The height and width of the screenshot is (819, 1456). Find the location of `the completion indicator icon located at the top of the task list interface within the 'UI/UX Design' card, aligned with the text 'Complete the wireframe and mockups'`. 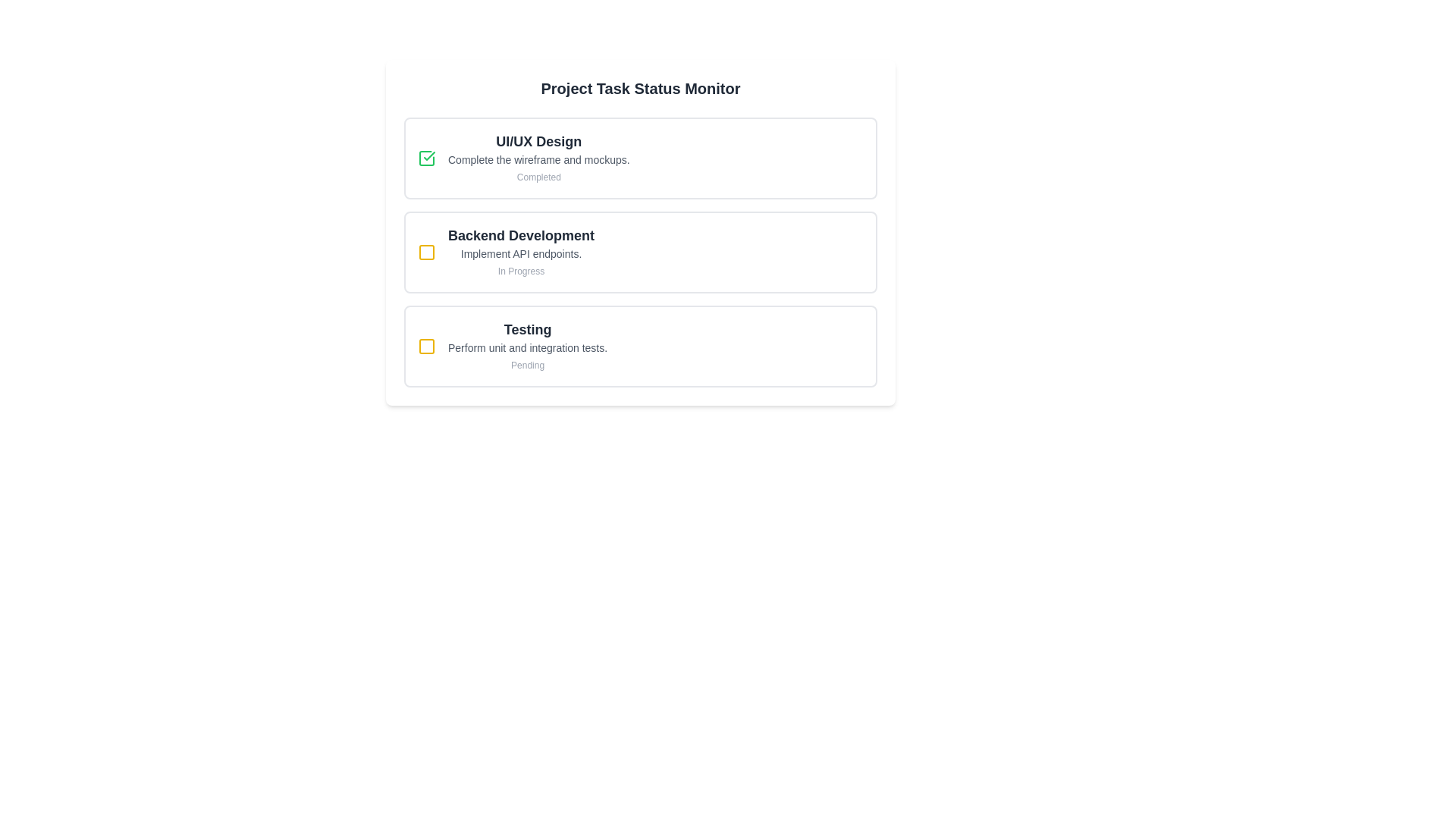

the completion indicator icon located at the top of the task list interface within the 'UI/UX Design' card, aligned with the text 'Complete the wireframe and mockups' is located at coordinates (432, 158).